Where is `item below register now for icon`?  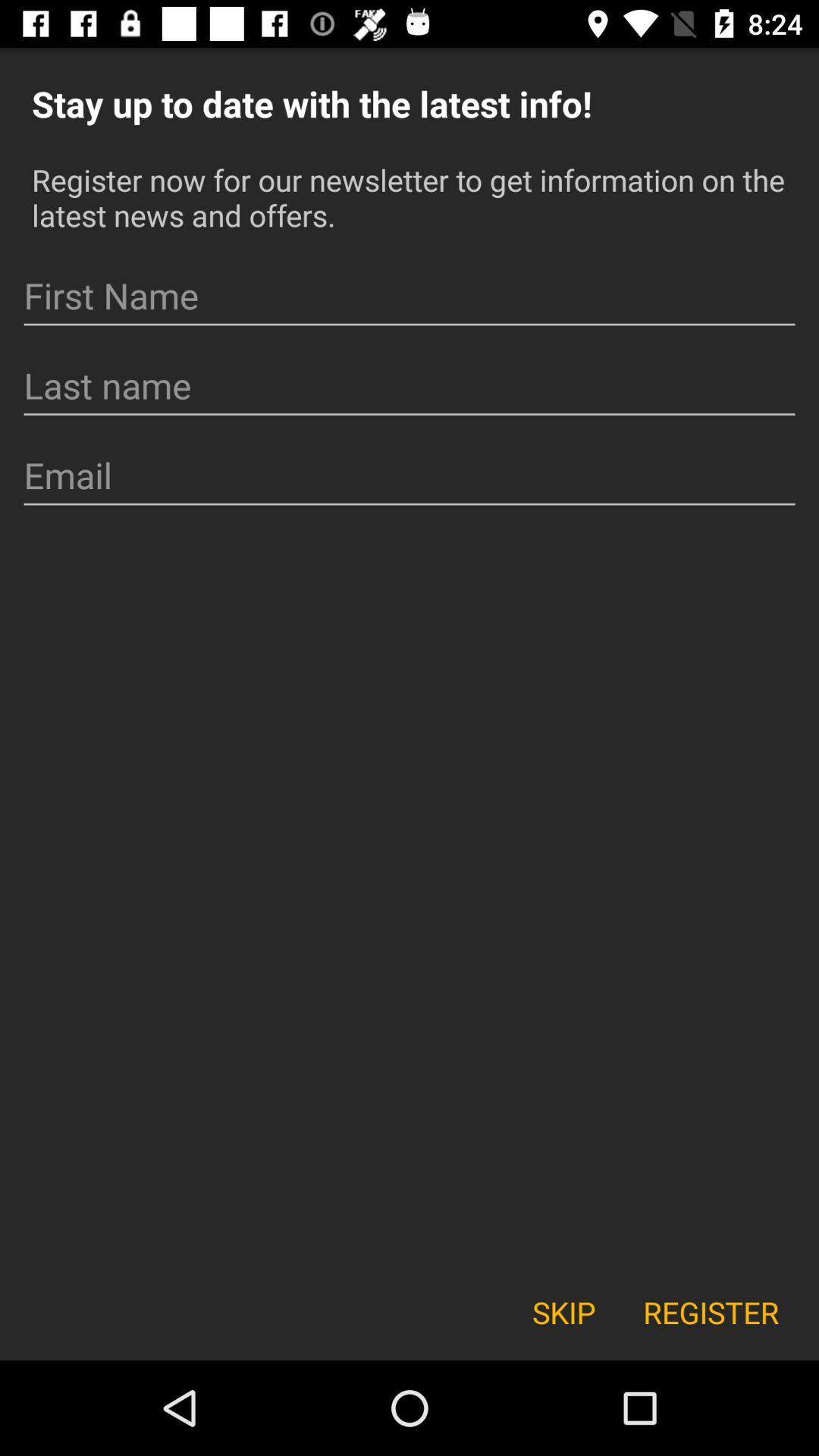
item below register now for icon is located at coordinates (409, 296).